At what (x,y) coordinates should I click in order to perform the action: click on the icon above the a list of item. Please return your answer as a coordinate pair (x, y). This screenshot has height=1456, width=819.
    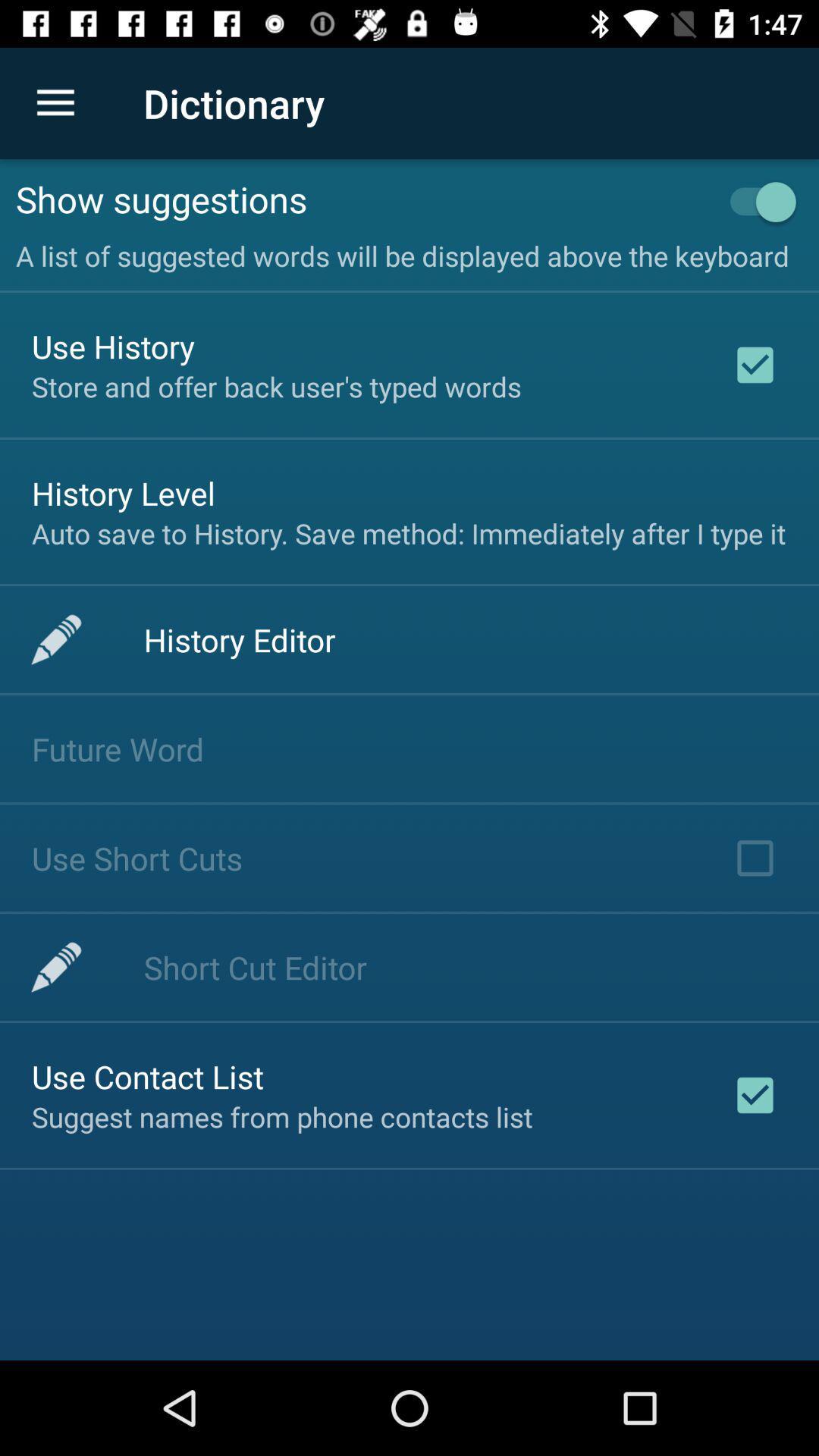
    Looking at the image, I should click on (755, 201).